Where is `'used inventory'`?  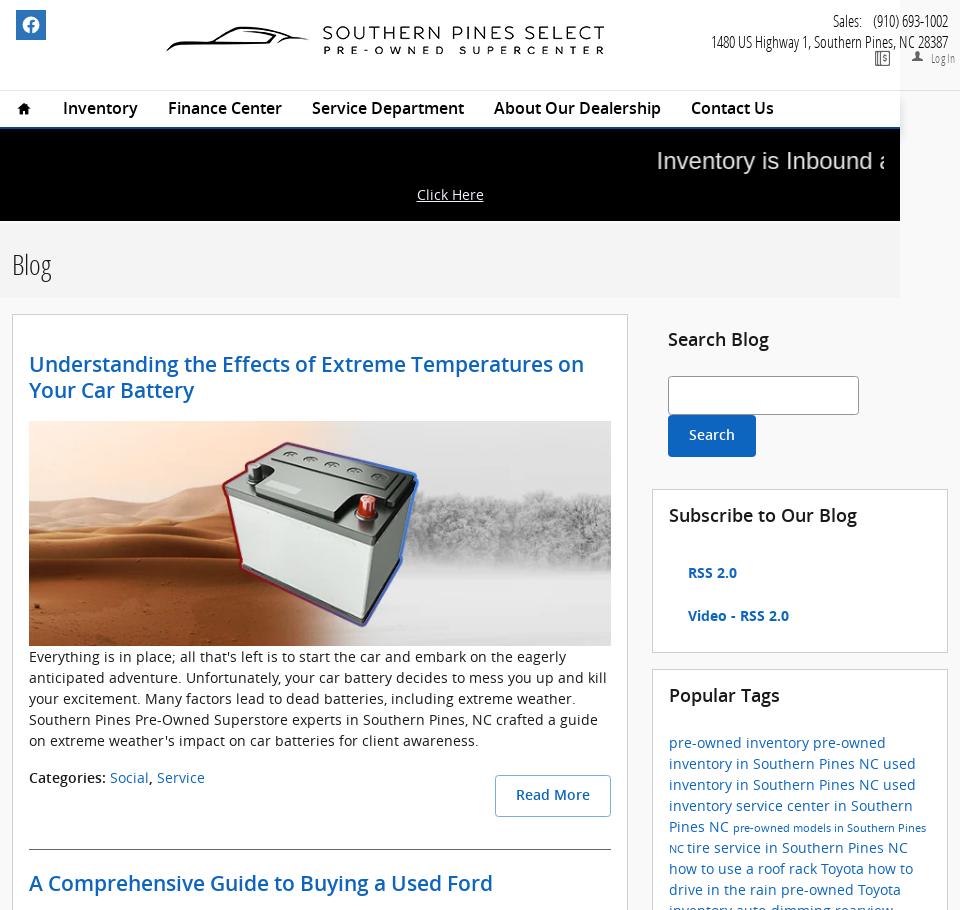 'used inventory' is located at coordinates (792, 792).